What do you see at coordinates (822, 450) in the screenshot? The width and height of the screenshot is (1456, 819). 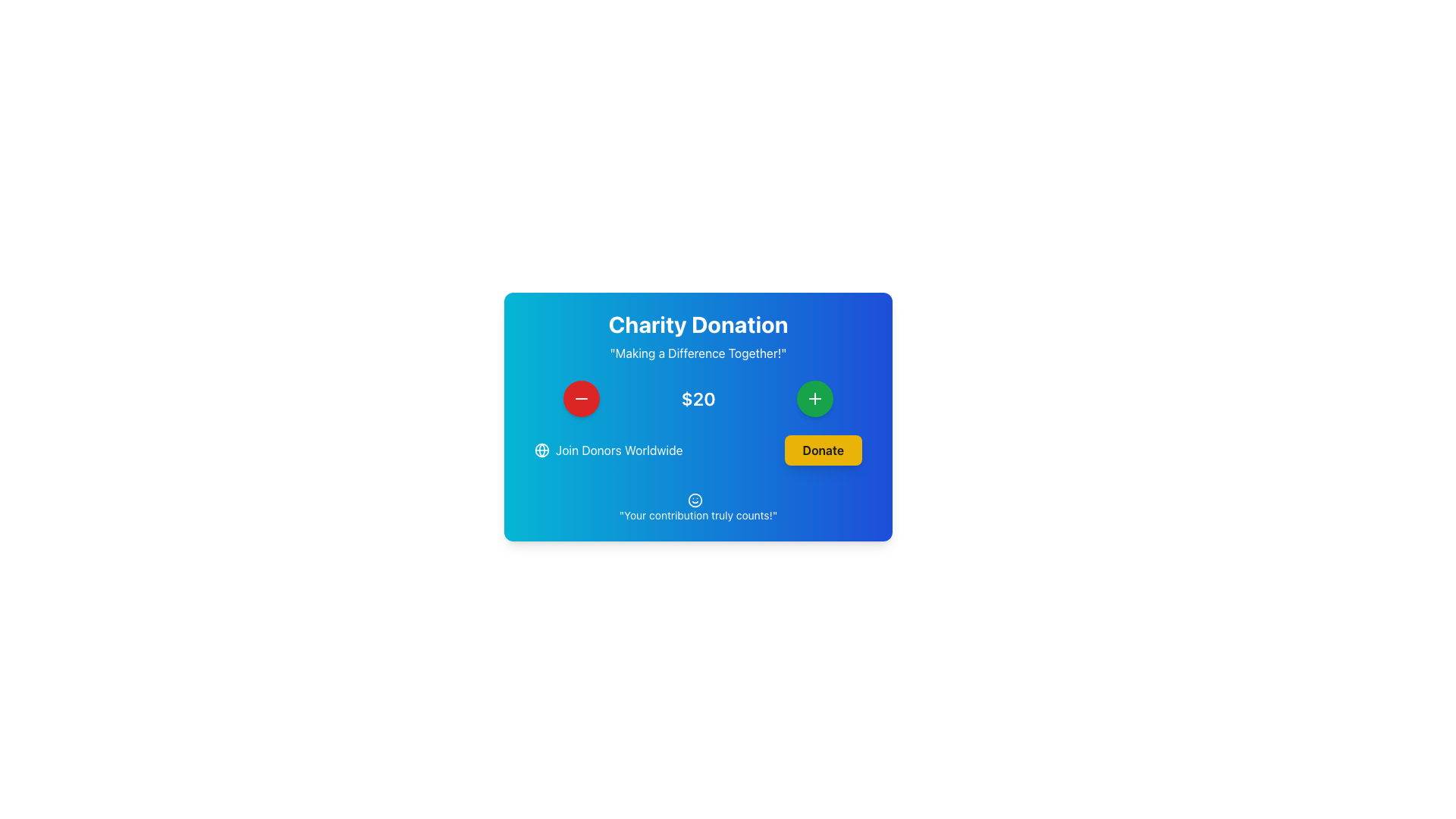 I see `the donation button located in the bottom-right section of the card, directly below the green '+' button, to observe the hover effect` at bounding box center [822, 450].